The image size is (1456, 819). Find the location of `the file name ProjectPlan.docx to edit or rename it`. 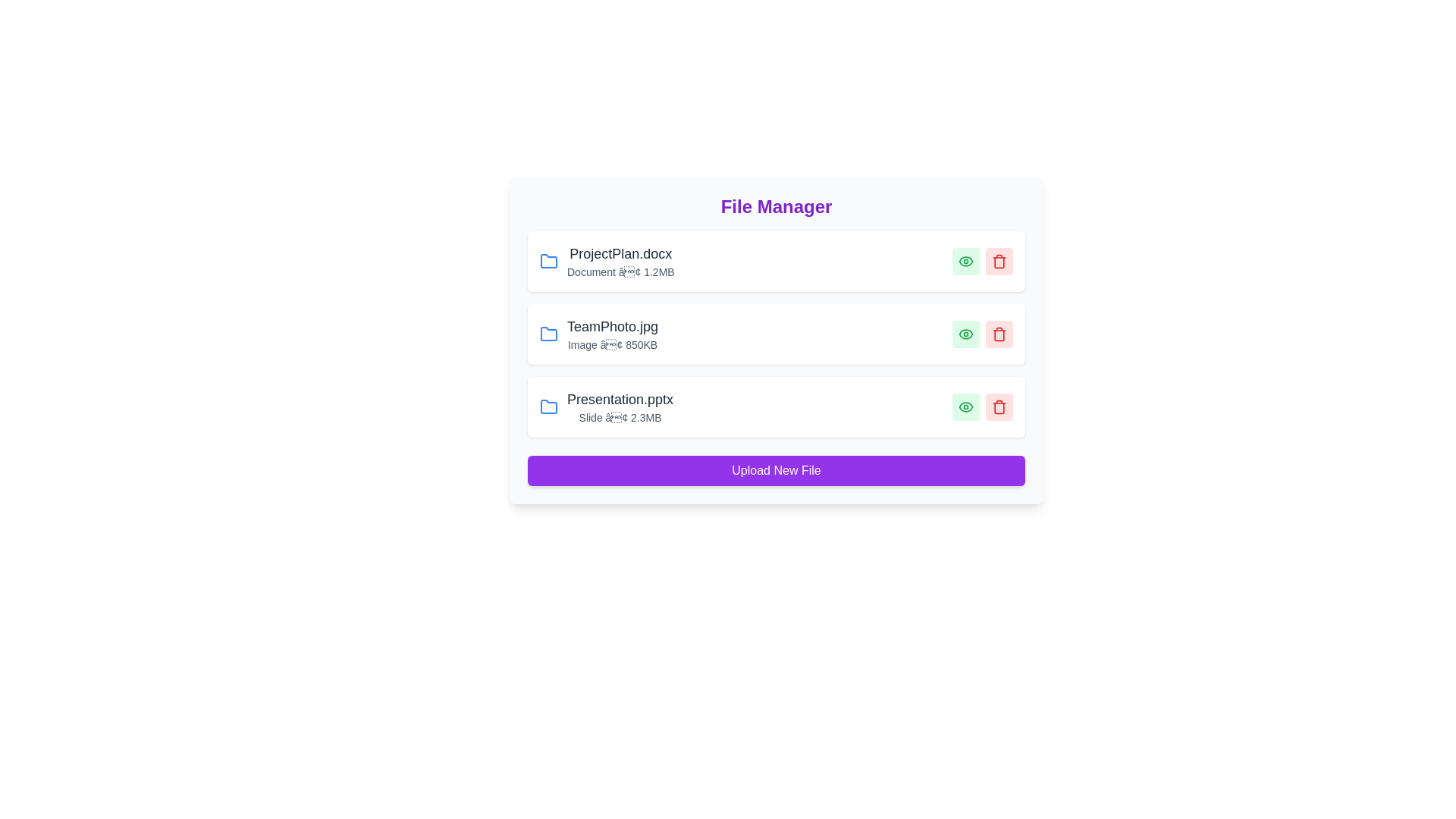

the file name ProjectPlan.docx to edit or rename it is located at coordinates (620, 253).